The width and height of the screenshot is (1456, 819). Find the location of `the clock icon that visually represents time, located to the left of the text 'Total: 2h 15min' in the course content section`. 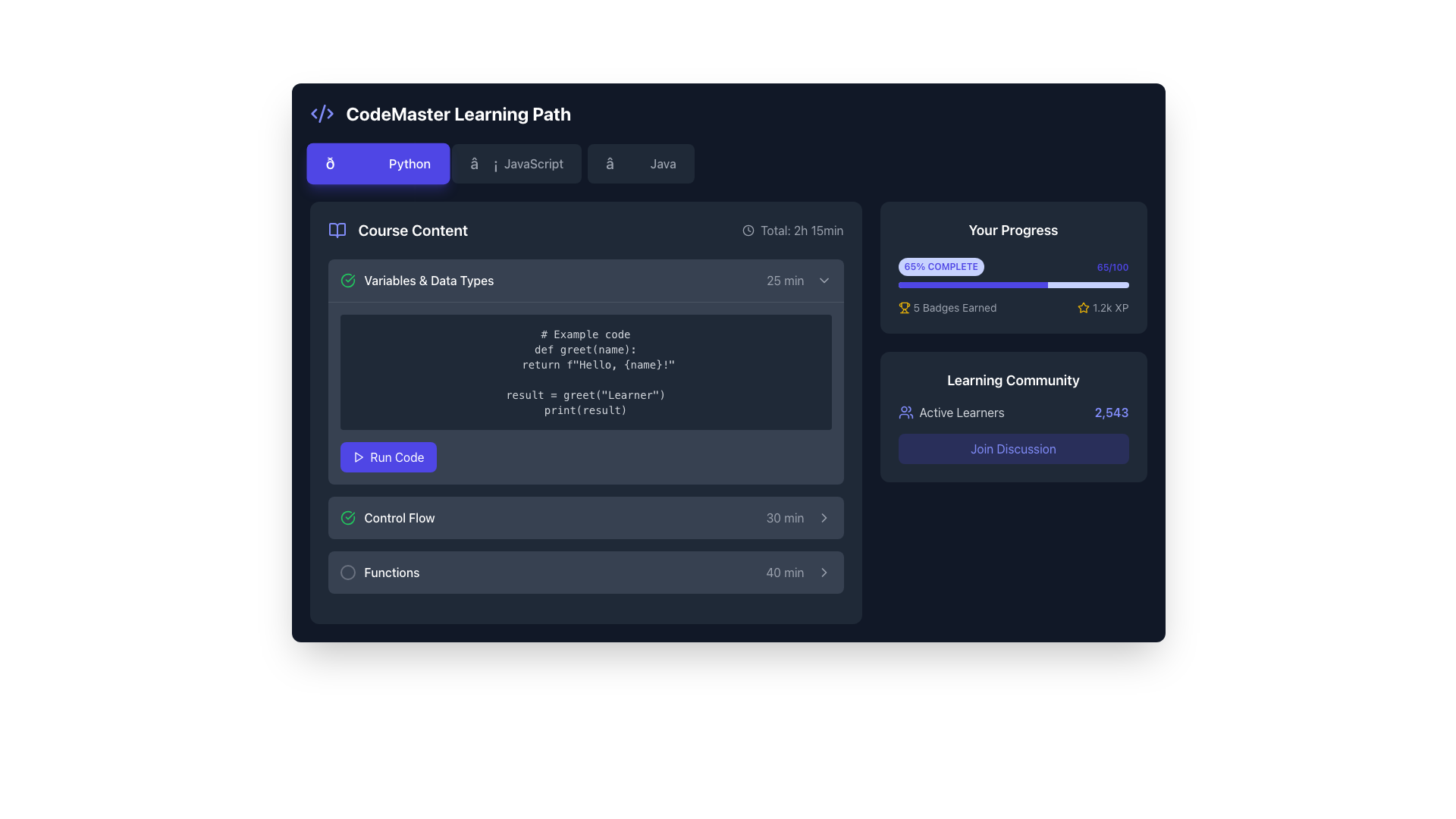

the clock icon that visually represents time, located to the left of the text 'Total: 2h 15min' in the course content section is located at coordinates (748, 231).